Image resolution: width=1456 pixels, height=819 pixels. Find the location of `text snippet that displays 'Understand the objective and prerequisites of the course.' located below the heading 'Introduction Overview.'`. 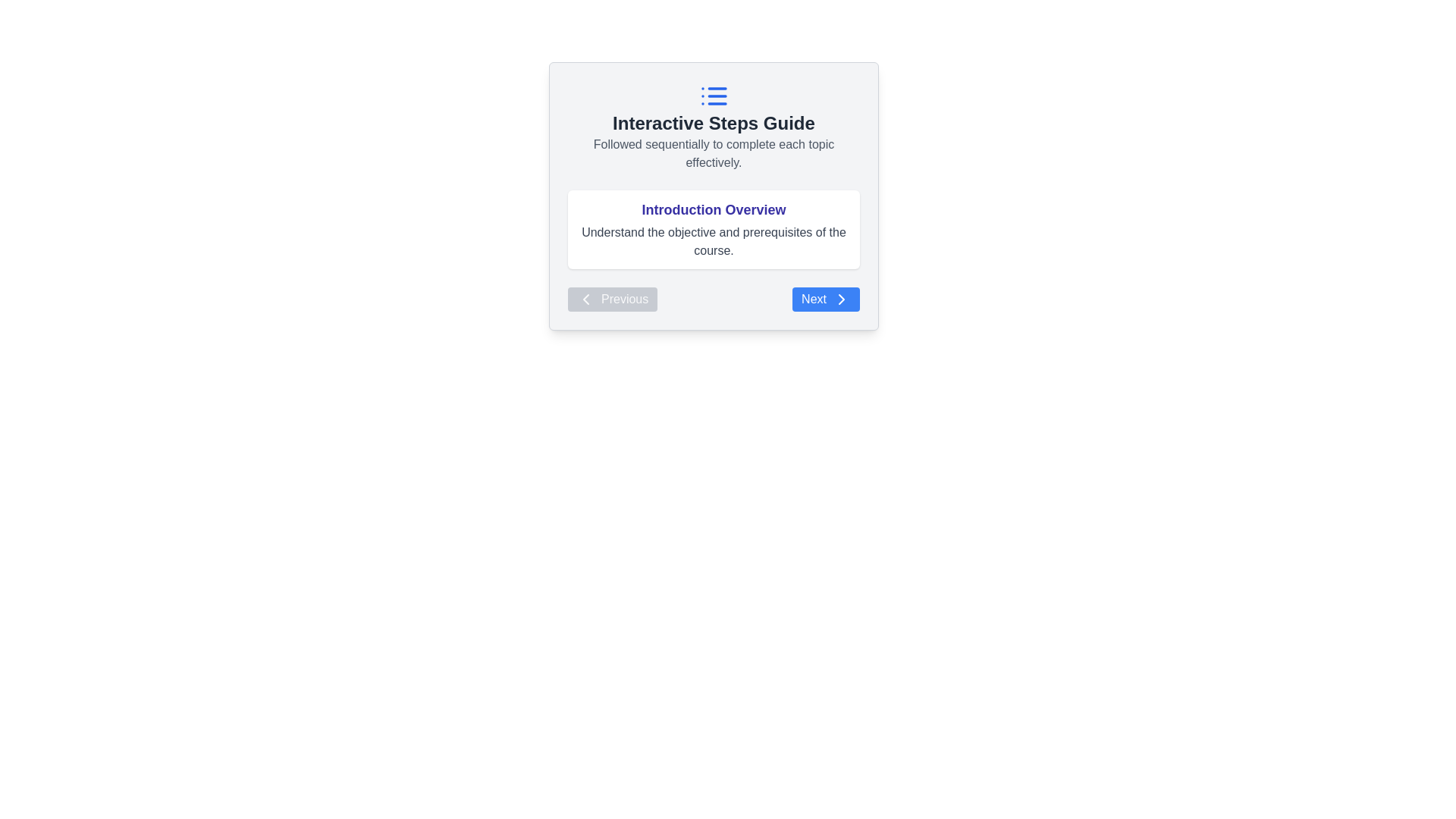

text snippet that displays 'Understand the objective and prerequisites of the course.' located below the heading 'Introduction Overview.' is located at coordinates (713, 241).